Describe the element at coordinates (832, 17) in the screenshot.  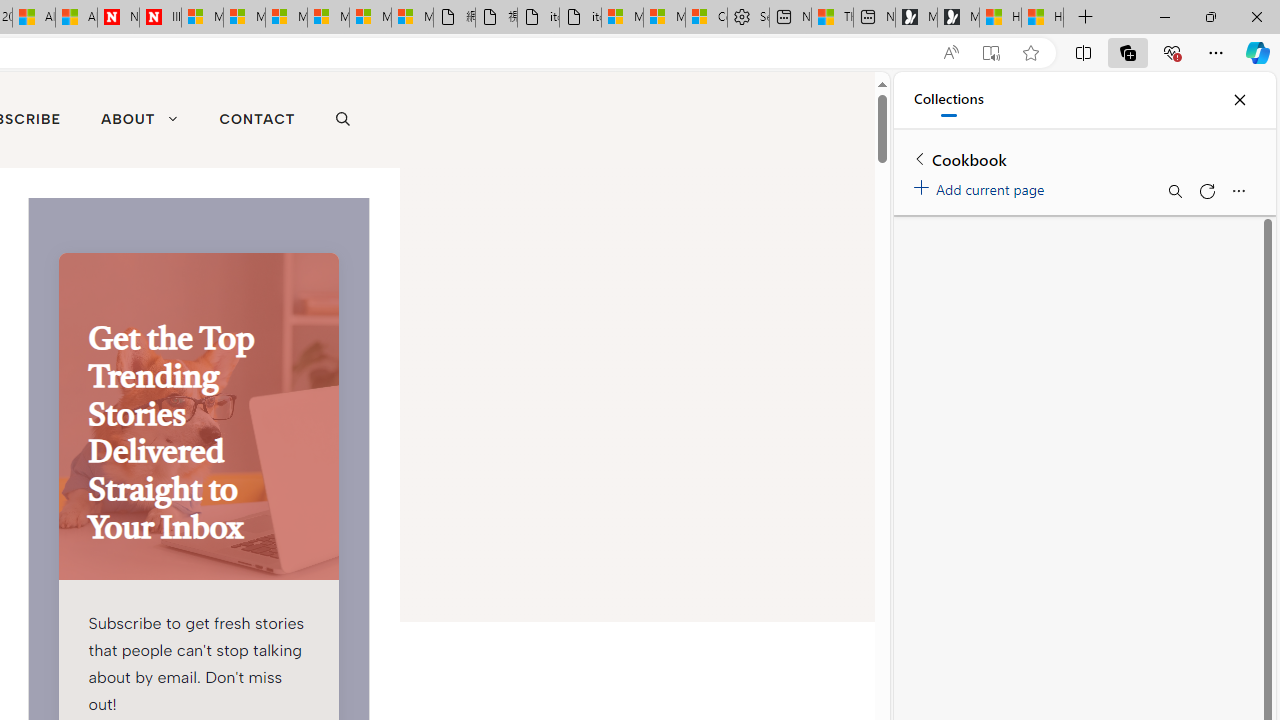
I see `'Three Ways To Stop Sweating So Much'` at that location.